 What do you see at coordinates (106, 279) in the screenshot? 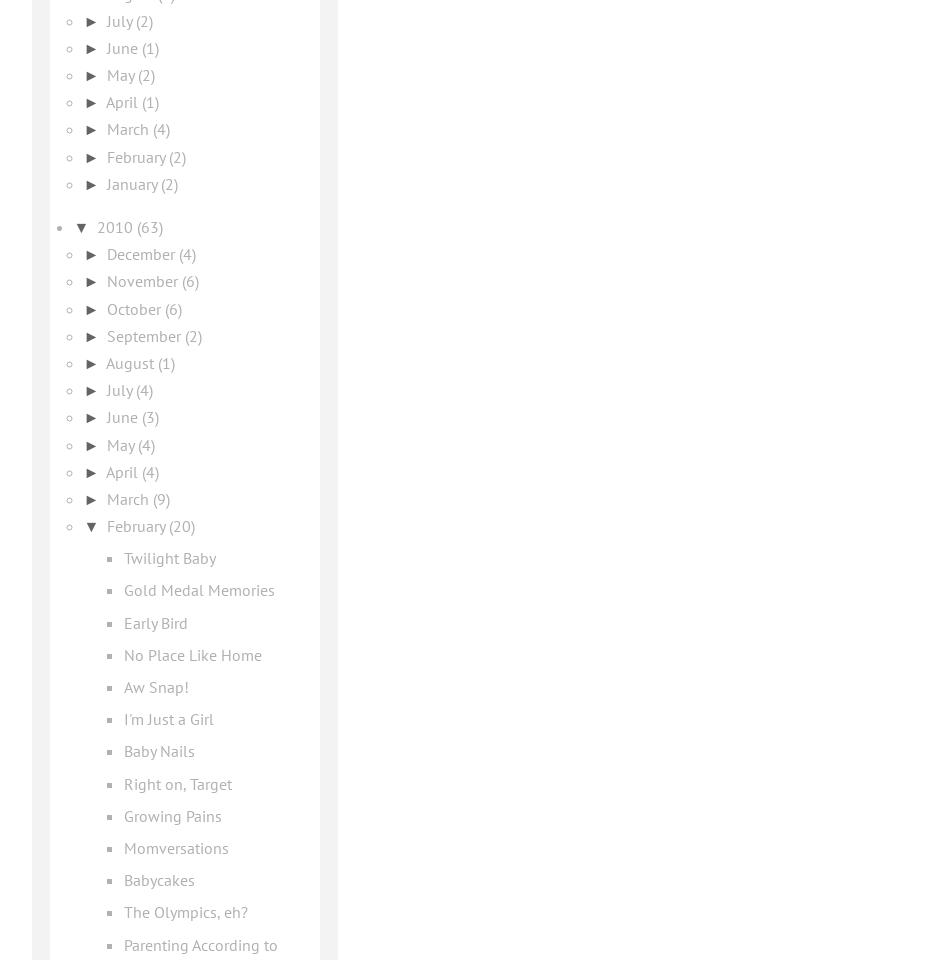
I see `'November'` at bounding box center [106, 279].